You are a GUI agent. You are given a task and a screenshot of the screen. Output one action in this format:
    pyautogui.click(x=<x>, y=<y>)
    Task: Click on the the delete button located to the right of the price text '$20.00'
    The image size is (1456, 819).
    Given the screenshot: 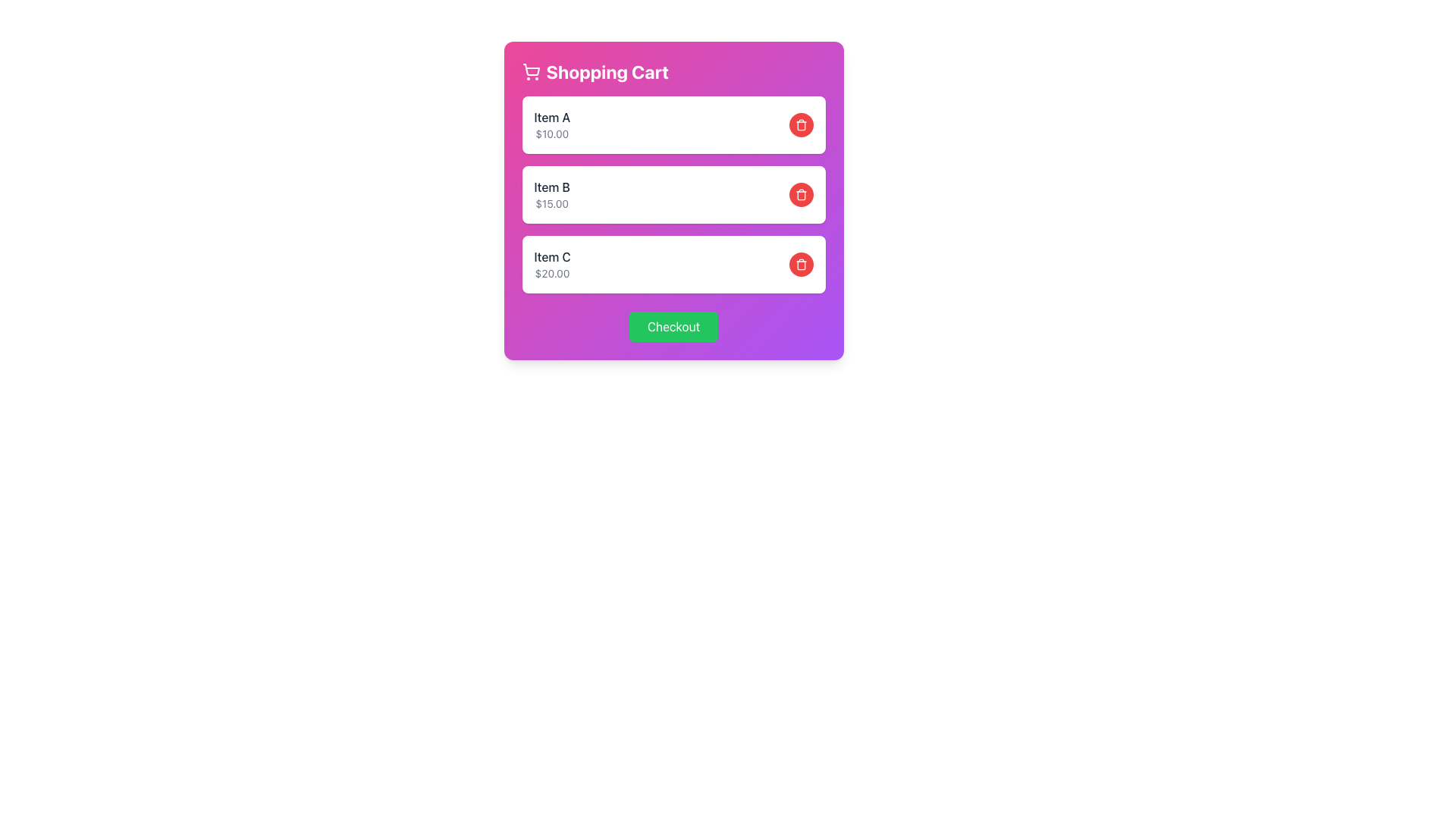 What is the action you would take?
    pyautogui.click(x=800, y=263)
    